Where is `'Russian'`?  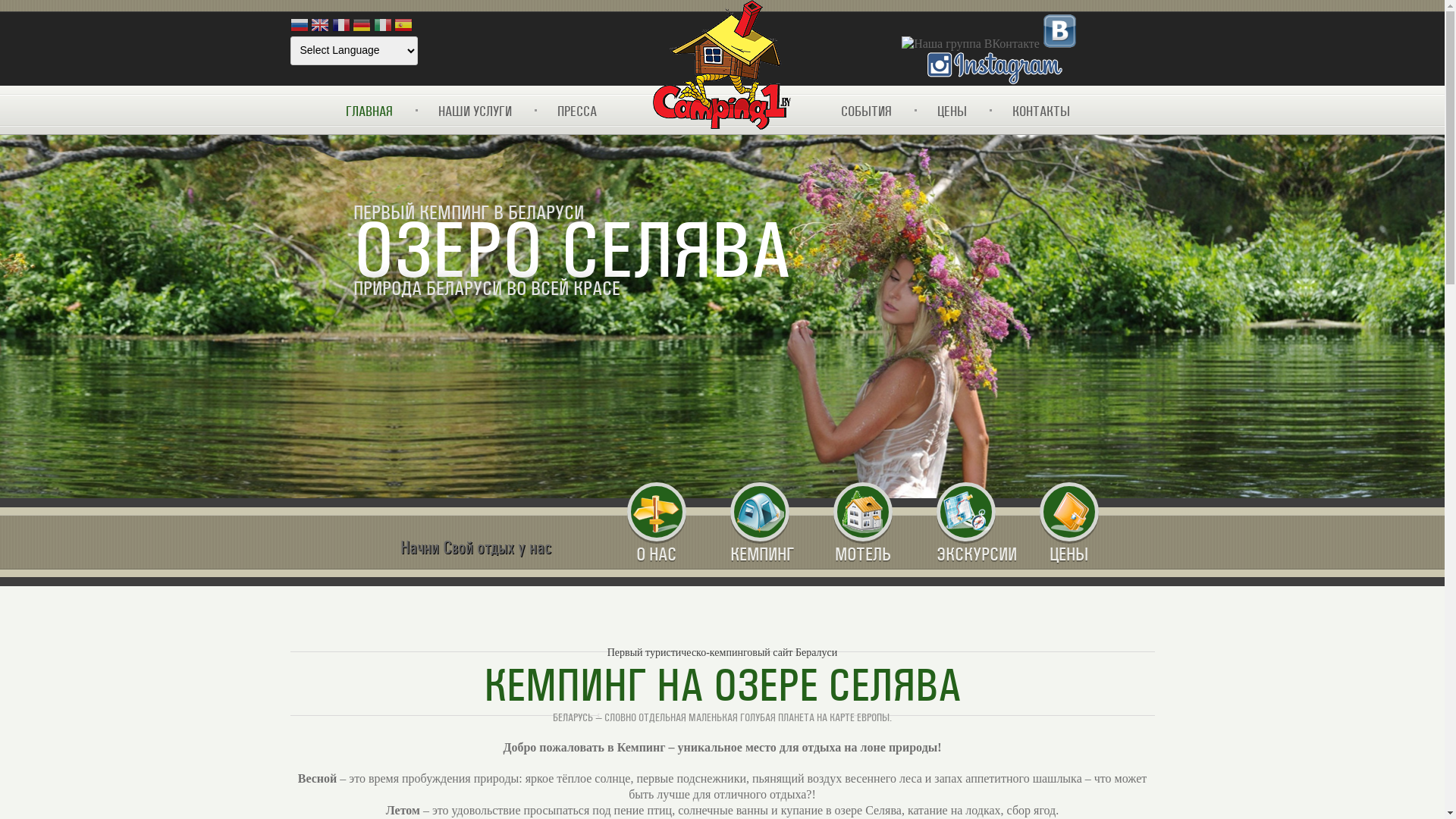
'Russian' is located at coordinates (298, 26).